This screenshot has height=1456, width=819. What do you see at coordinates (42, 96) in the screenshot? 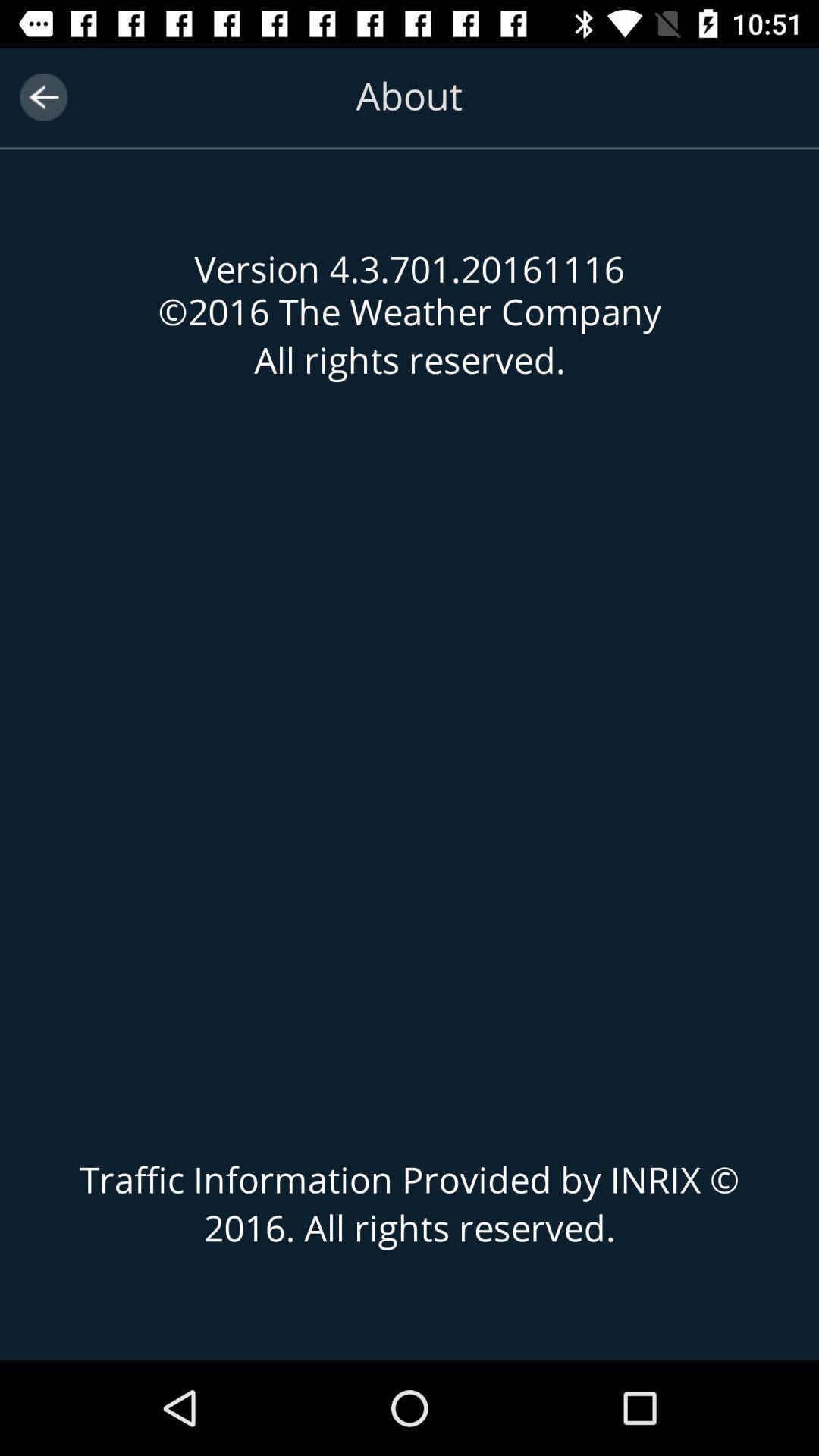
I see `the arrow_backward icon` at bounding box center [42, 96].